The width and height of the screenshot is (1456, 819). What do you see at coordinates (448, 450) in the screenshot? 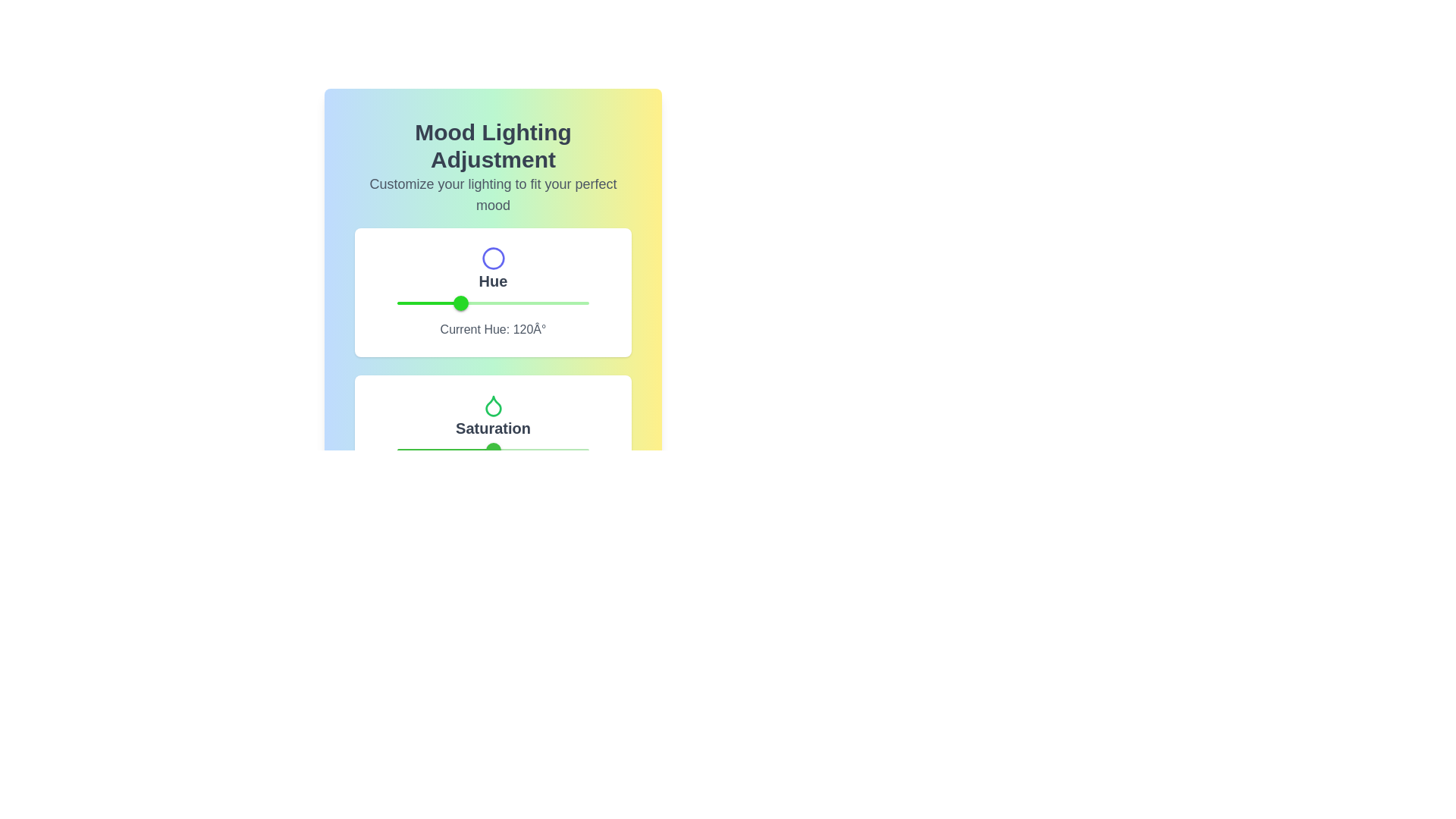
I see `the slider` at bounding box center [448, 450].